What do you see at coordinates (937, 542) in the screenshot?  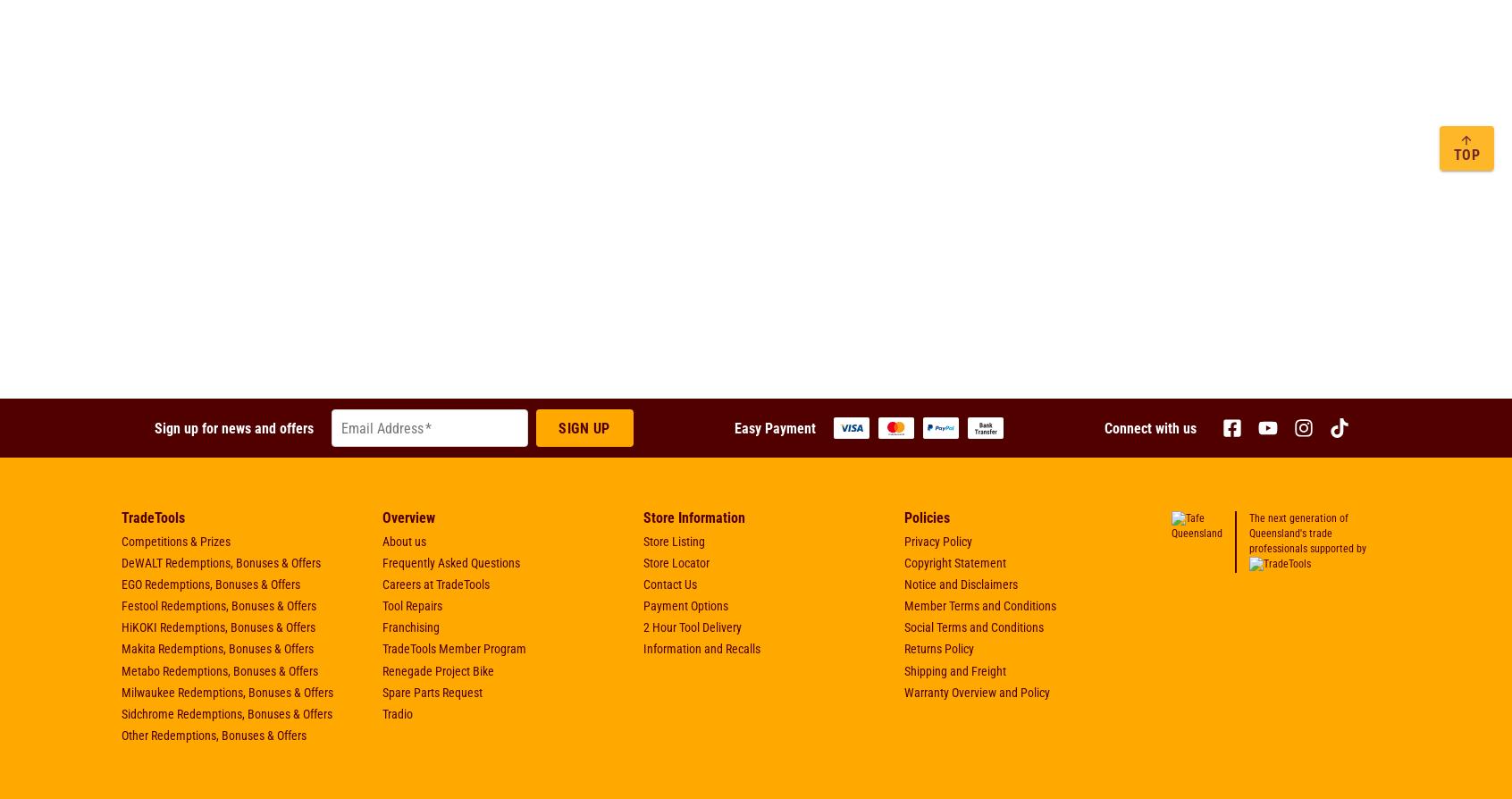 I see `'Privacy Policy'` at bounding box center [937, 542].